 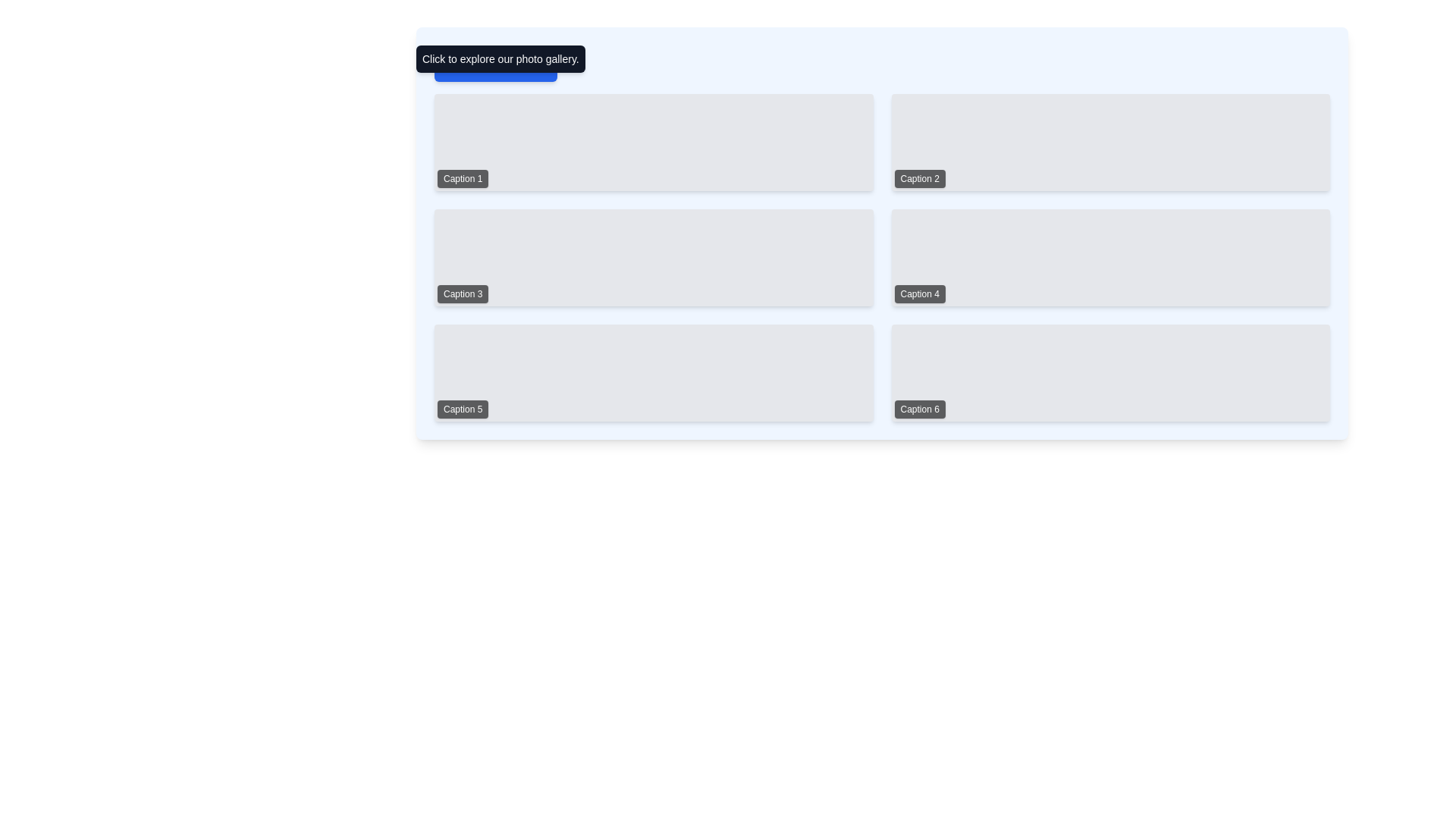 What do you see at coordinates (654, 256) in the screenshot?
I see `the grid tile labeled 'Caption 3'` at bounding box center [654, 256].